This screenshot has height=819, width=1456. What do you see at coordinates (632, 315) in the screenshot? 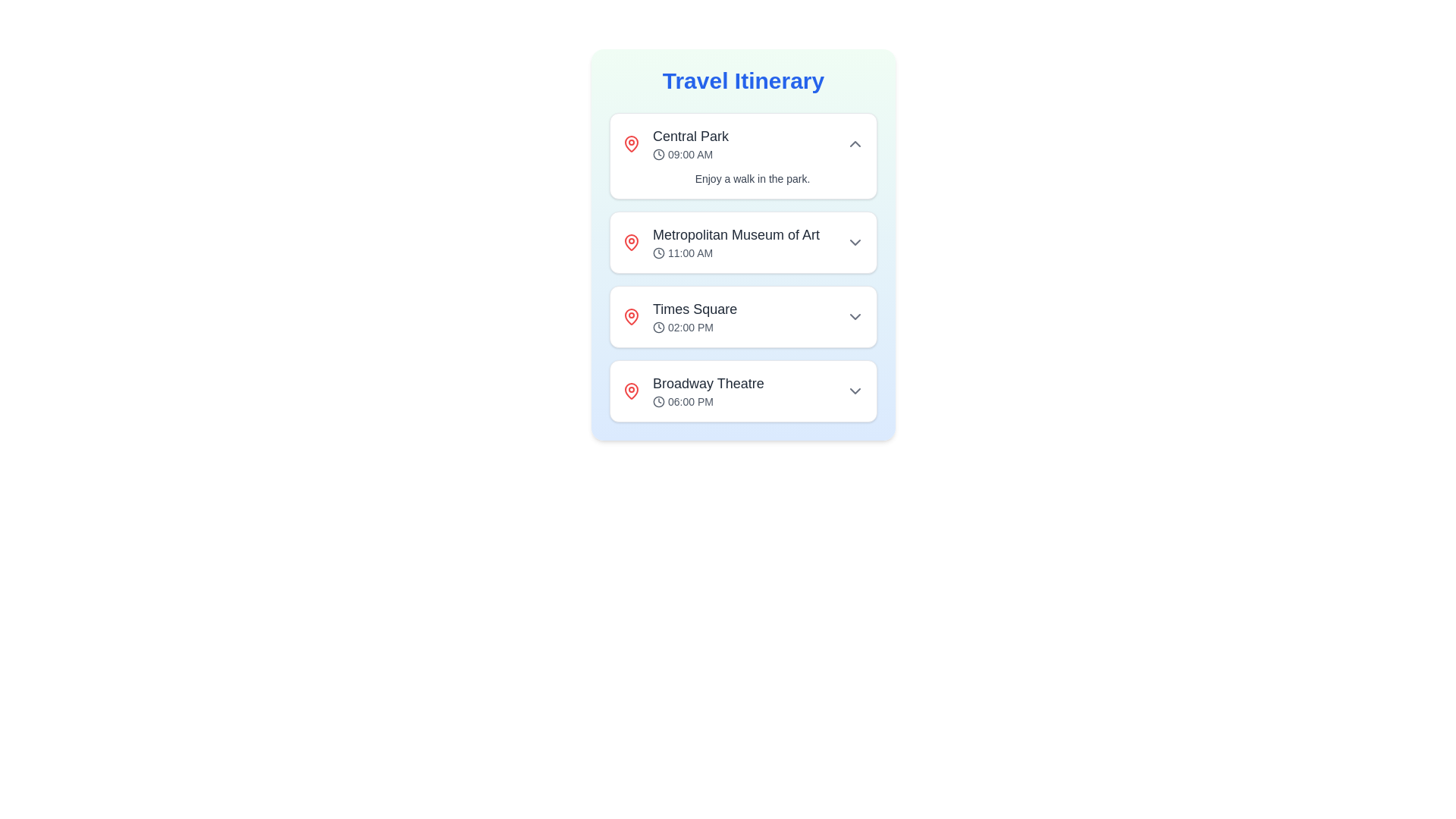
I see `the red map pin icon representing the geographical location marker for 'Times Square', which is positioned to the left of the location name and time text` at bounding box center [632, 315].